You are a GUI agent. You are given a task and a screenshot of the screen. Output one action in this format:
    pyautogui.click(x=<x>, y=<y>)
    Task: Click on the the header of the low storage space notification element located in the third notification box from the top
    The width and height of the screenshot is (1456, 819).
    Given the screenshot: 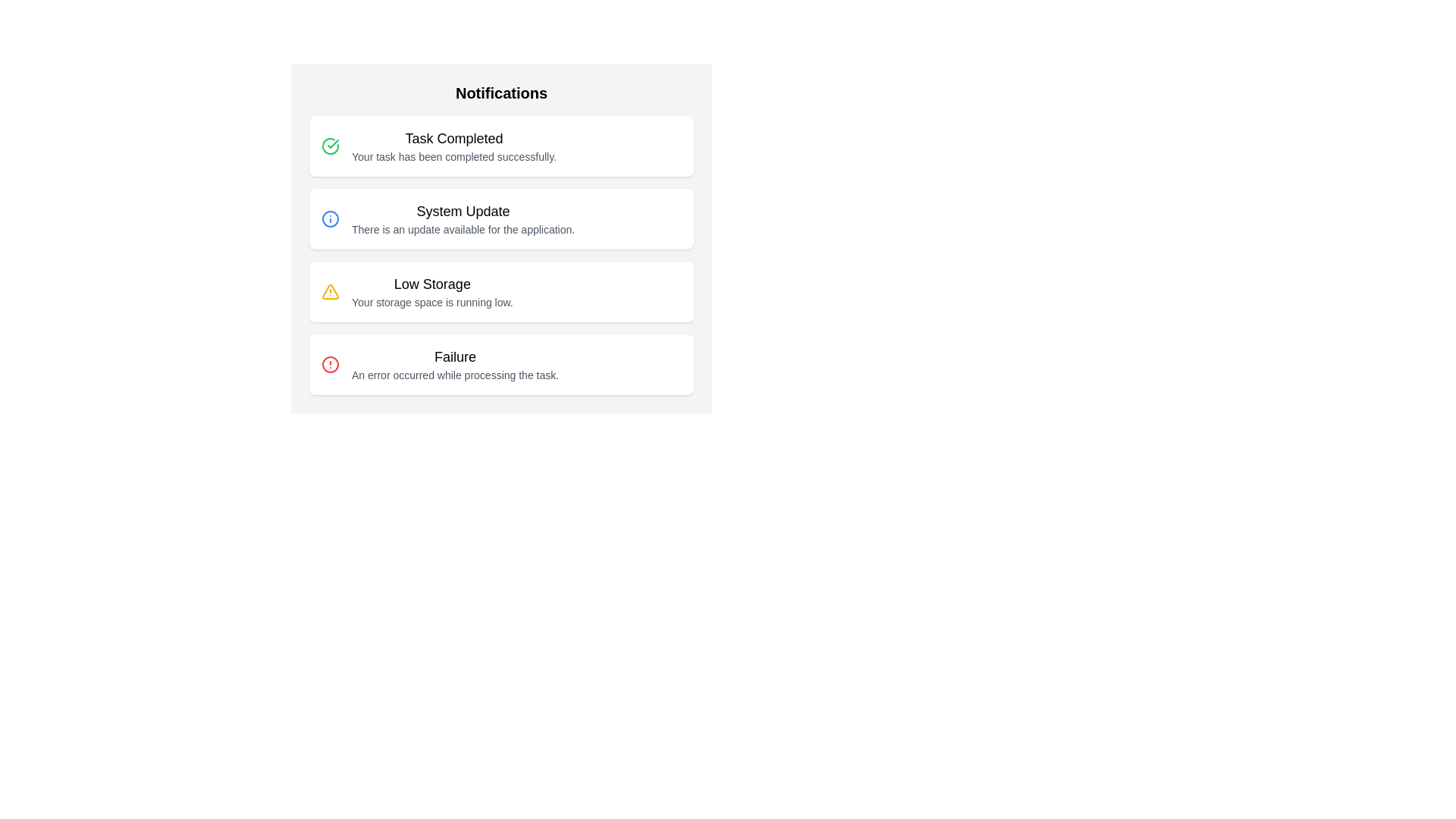 What is the action you would take?
    pyautogui.click(x=431, y=292)
    